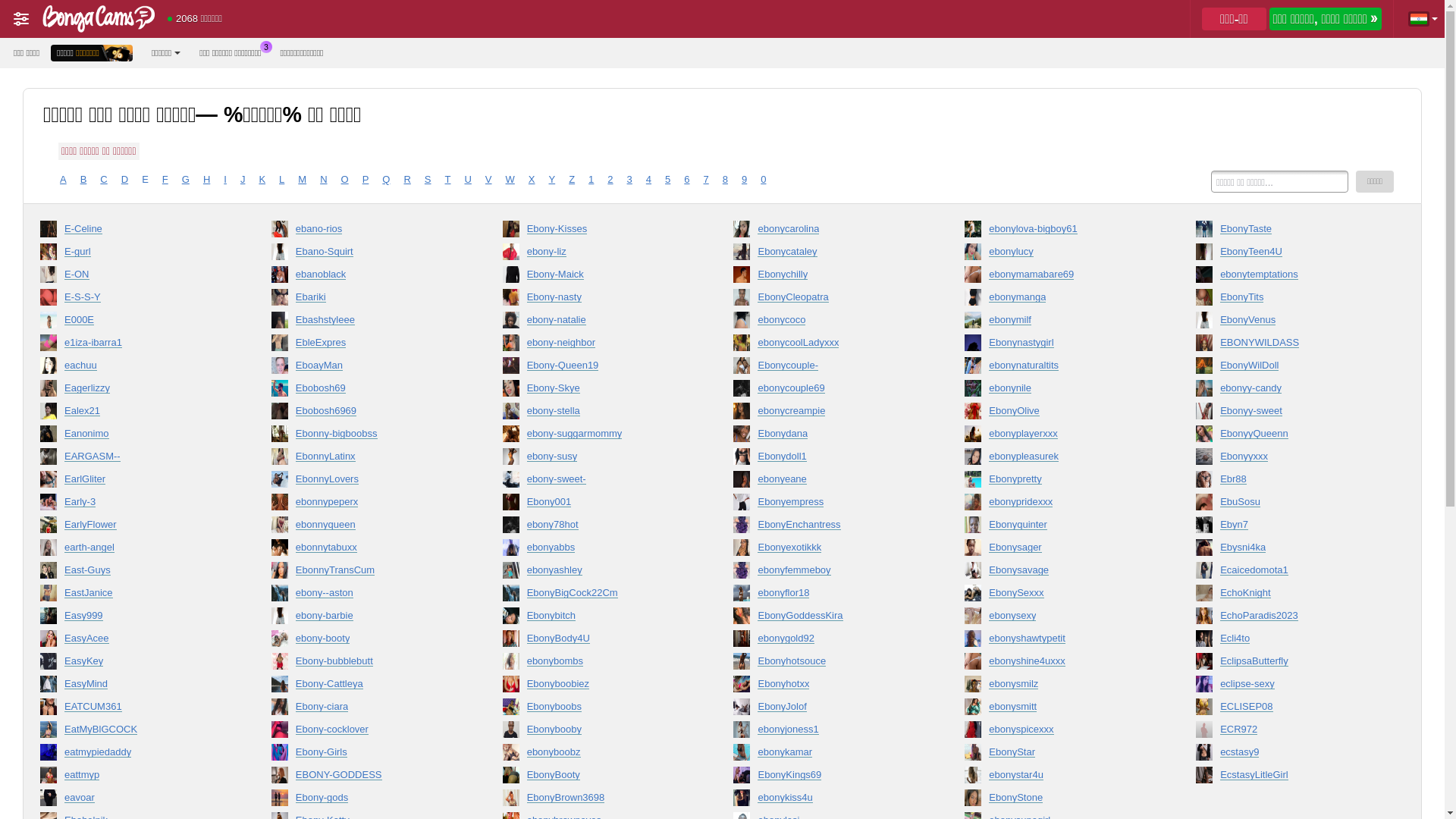 The width and height of the screenshot is (1456, 819). Describe the element at coordinates (596, 550) in the screenshot. I see `'ebonyabbs'` at that location.